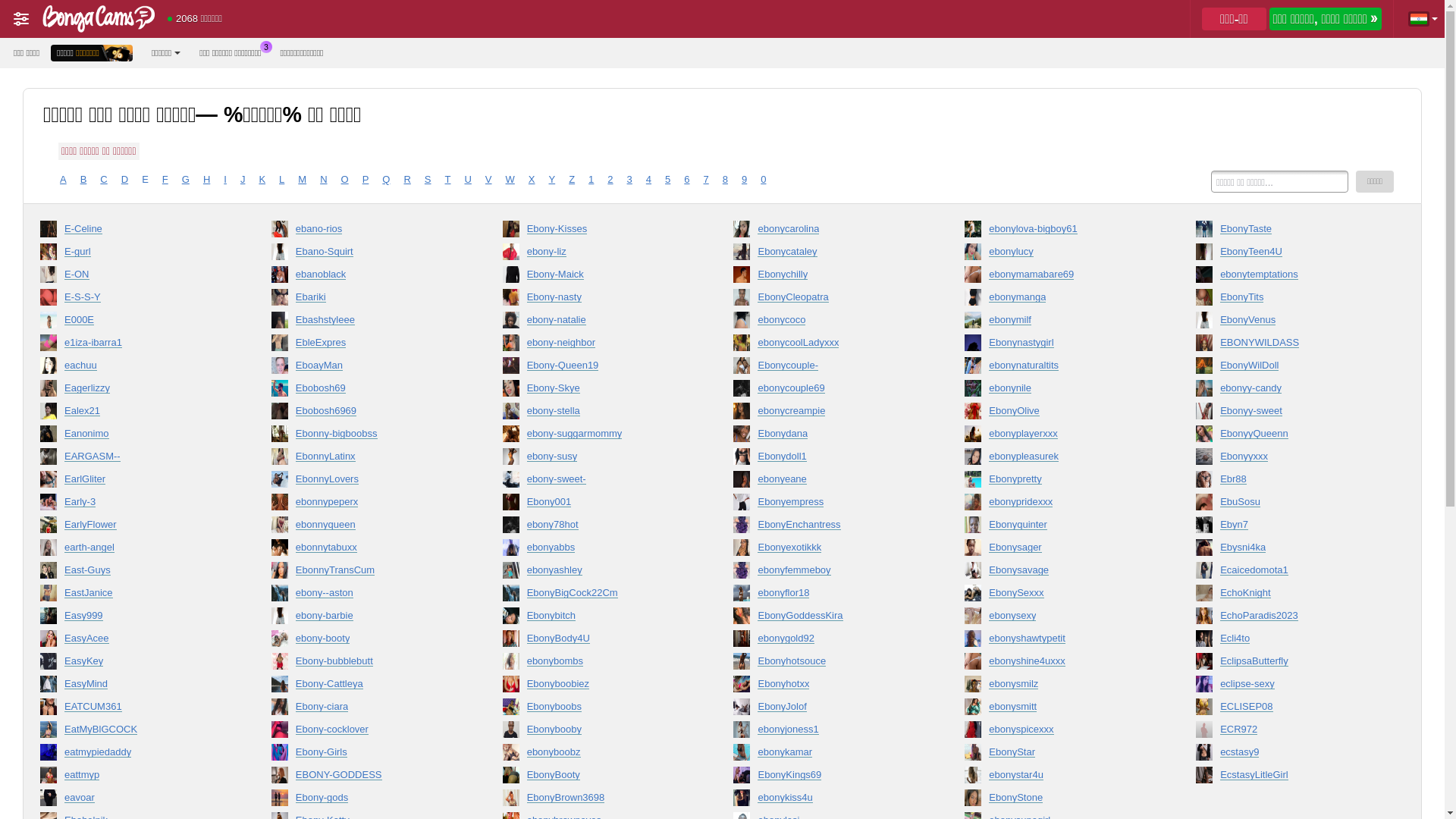 The width and height of the screenshot is (1456, 819). Describe the element at coordinates (596, 550) in the screenshot. I see `'ebonyabbs'` at that location.